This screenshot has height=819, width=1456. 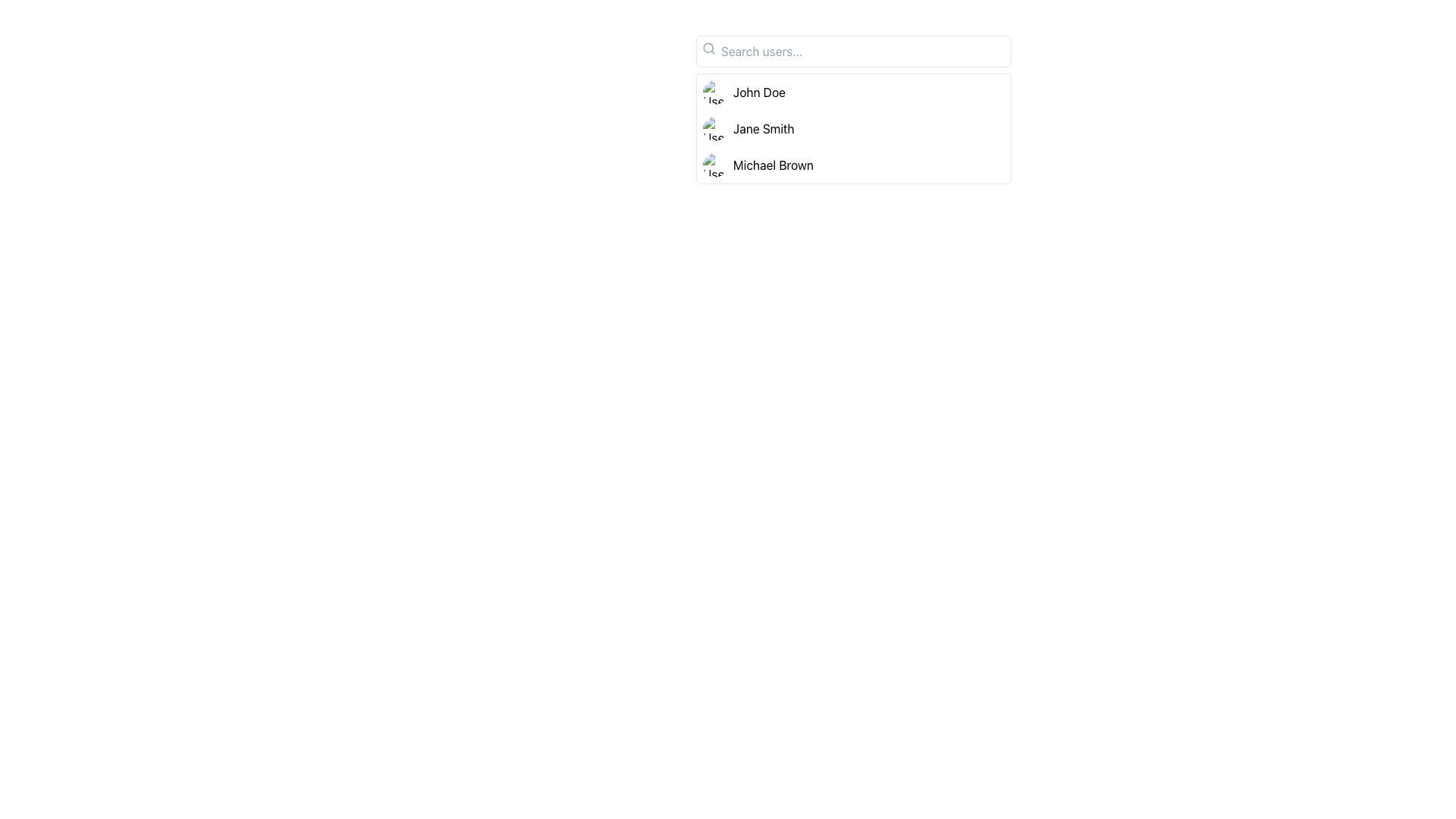 What do you see at coordinates (714, 165) in the screenshot?
I see `the user profile image representing 'Michael Brown'` at bounding box center [714, 165].